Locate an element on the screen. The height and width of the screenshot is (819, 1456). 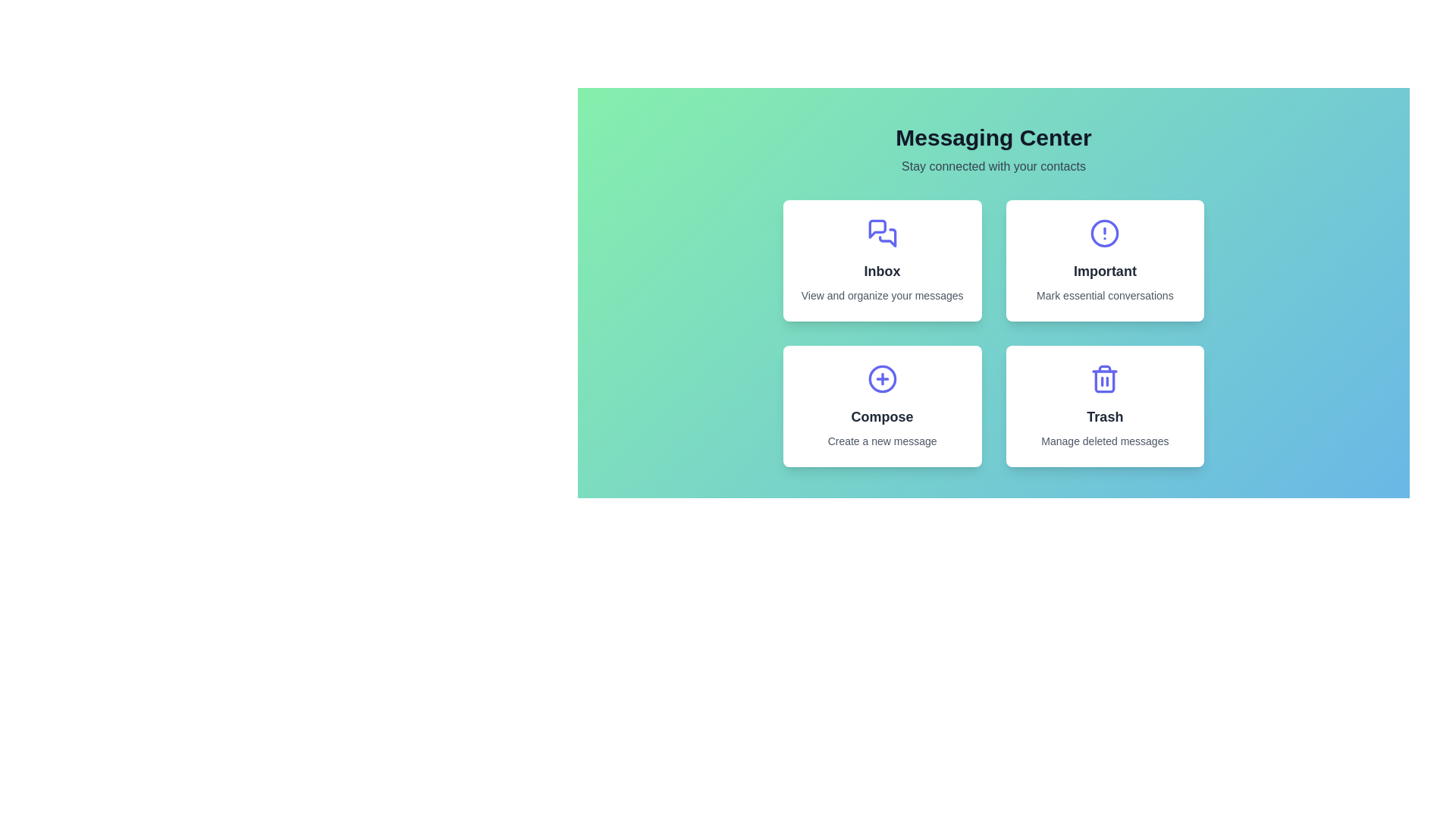
the text label that provides additional explanatory information for the 'Inbox' section, specifically the text 'View and organize your messages' is located at coordinates (882, 295).